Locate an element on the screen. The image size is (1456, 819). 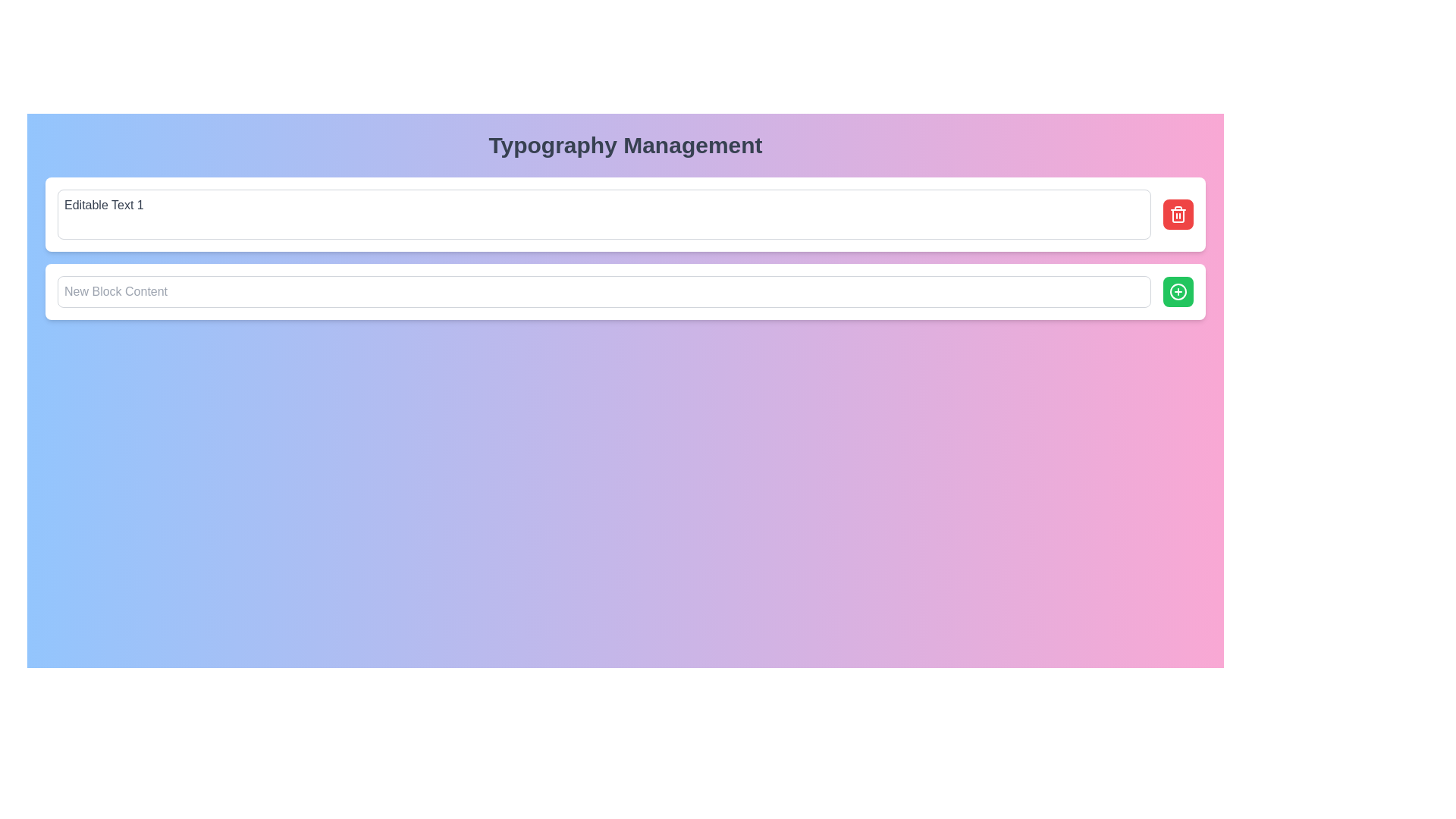
the delete icon button located on the right side of the 'Editable Text 1' input field is located at coordinates (1178, 214).